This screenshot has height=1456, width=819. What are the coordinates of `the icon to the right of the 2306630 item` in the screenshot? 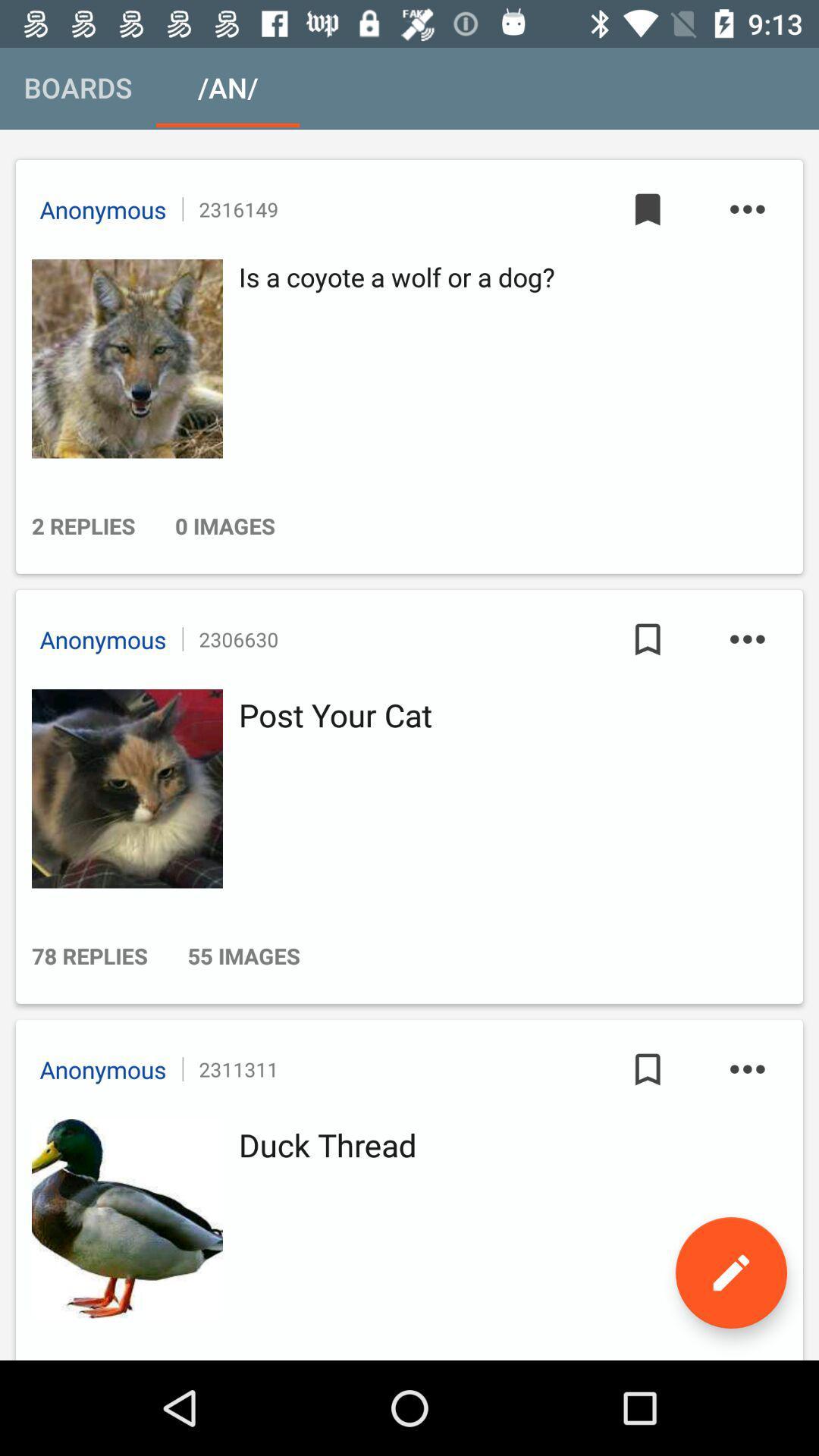 It's located at (648, 639).